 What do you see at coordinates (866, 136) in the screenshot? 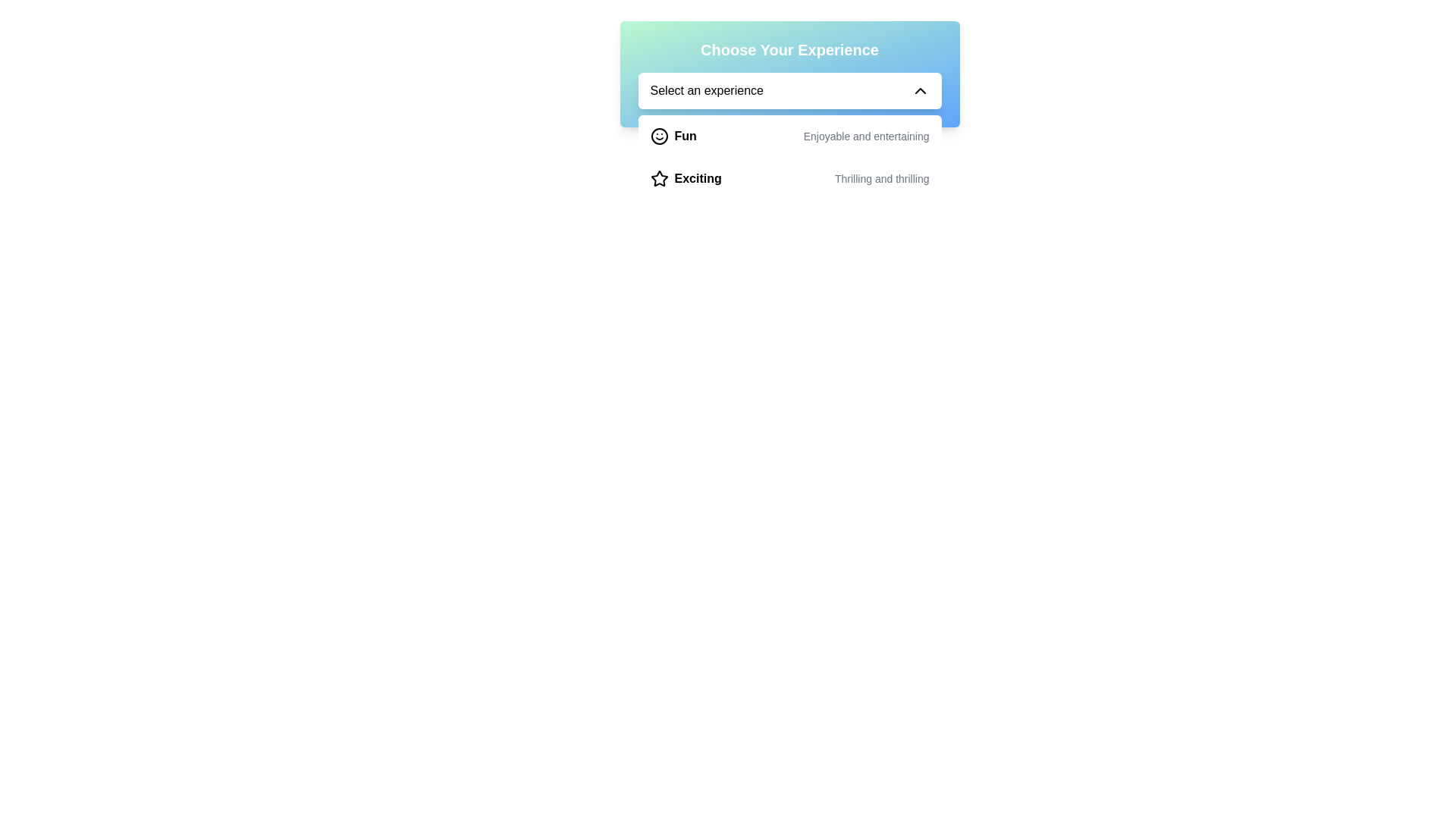
I see `the text label that displays 'Enjoyable and entertaining', which is located below the main heading 'Choose Your Experience'` at bounding box center [866, 136].